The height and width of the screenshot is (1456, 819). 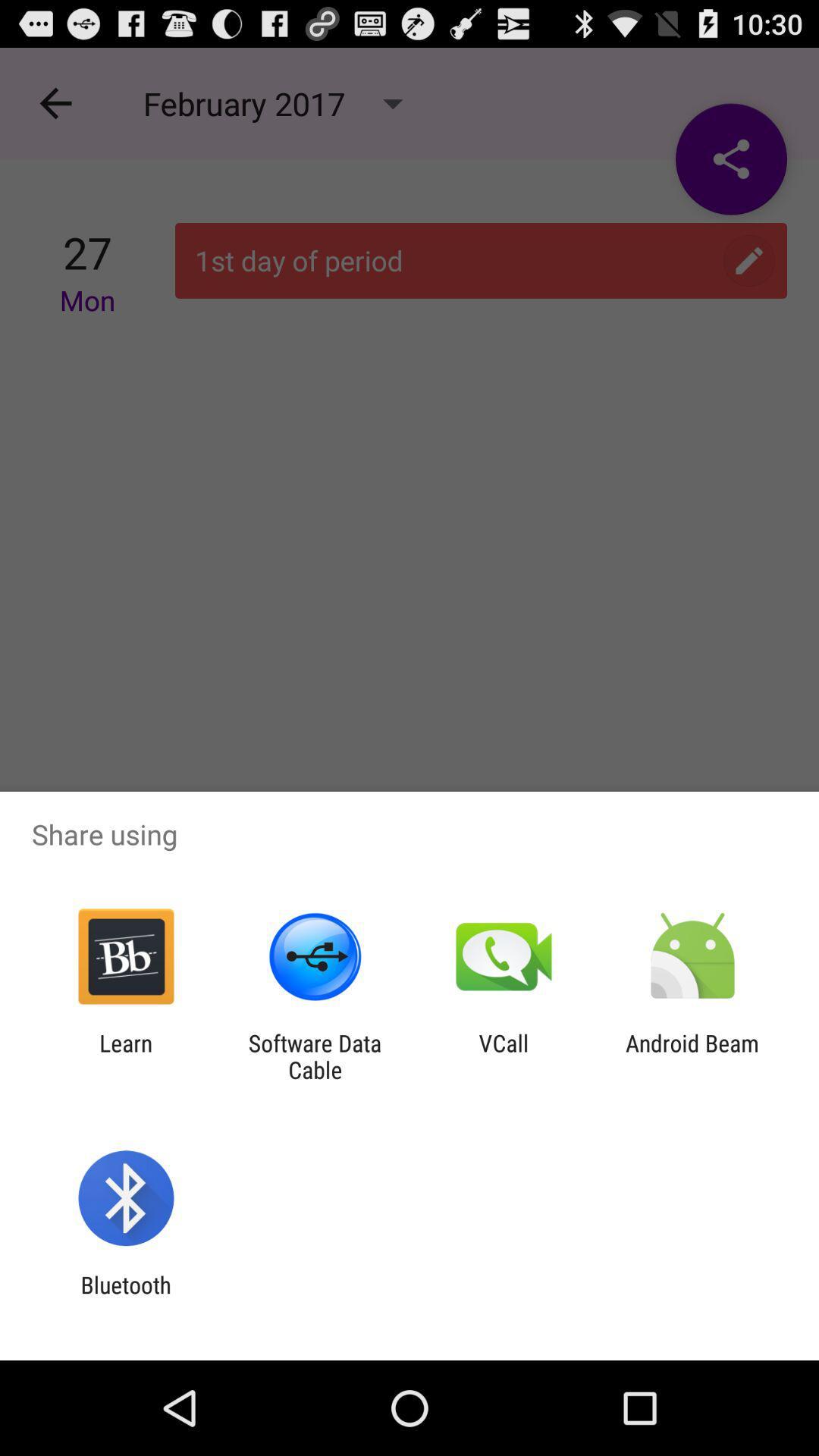 What do you see at coordinates (692, 1056) in the screenshot?
I see `item at the bottom right corner` at bounding box center [692, 1056].